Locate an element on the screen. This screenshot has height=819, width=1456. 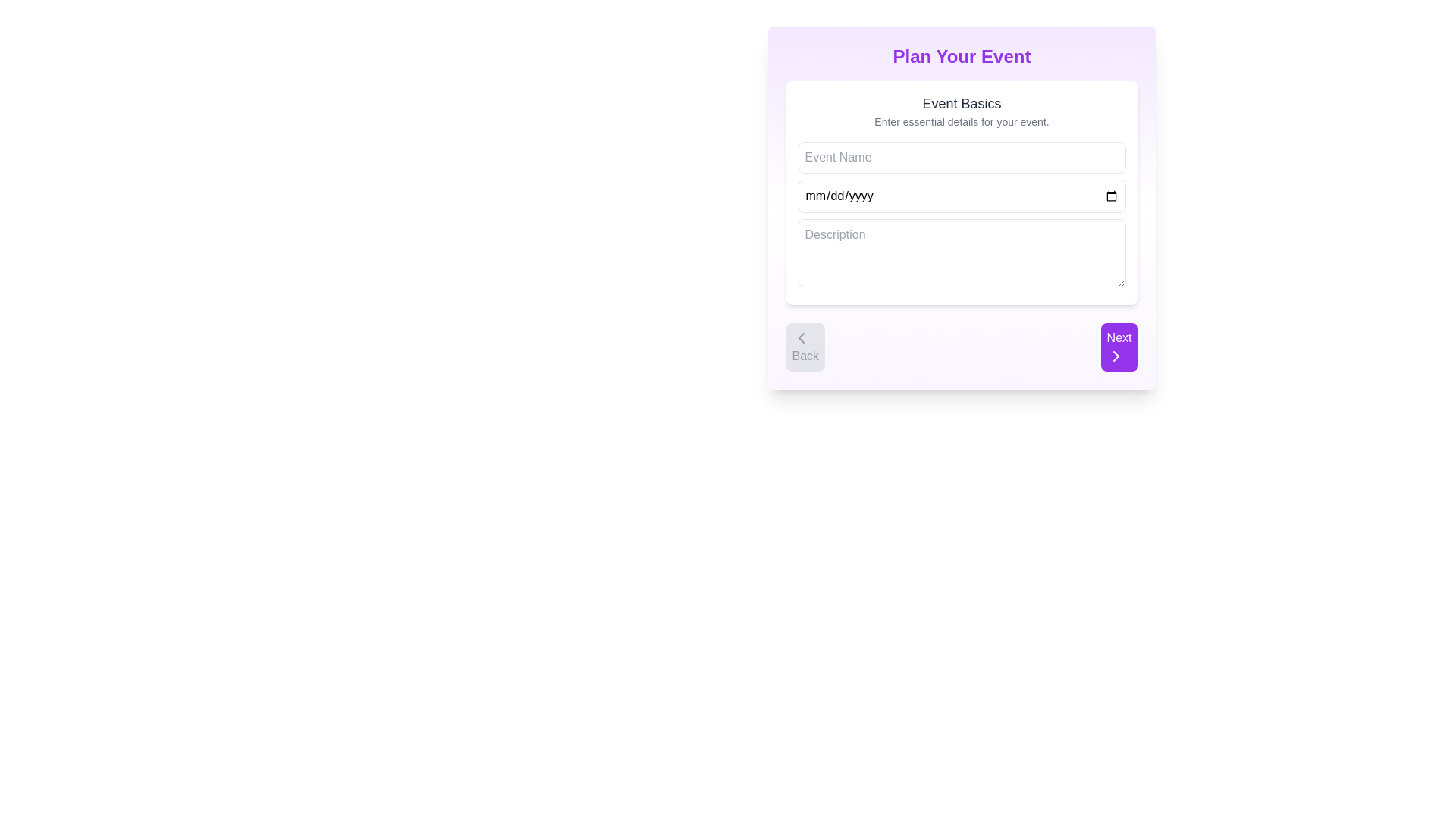
the Text Label displaying 'Enter essential details for your event.' which is located below the 'Event Basics' header and above the 'Event Name' input field is located at coordinates (961, 121).